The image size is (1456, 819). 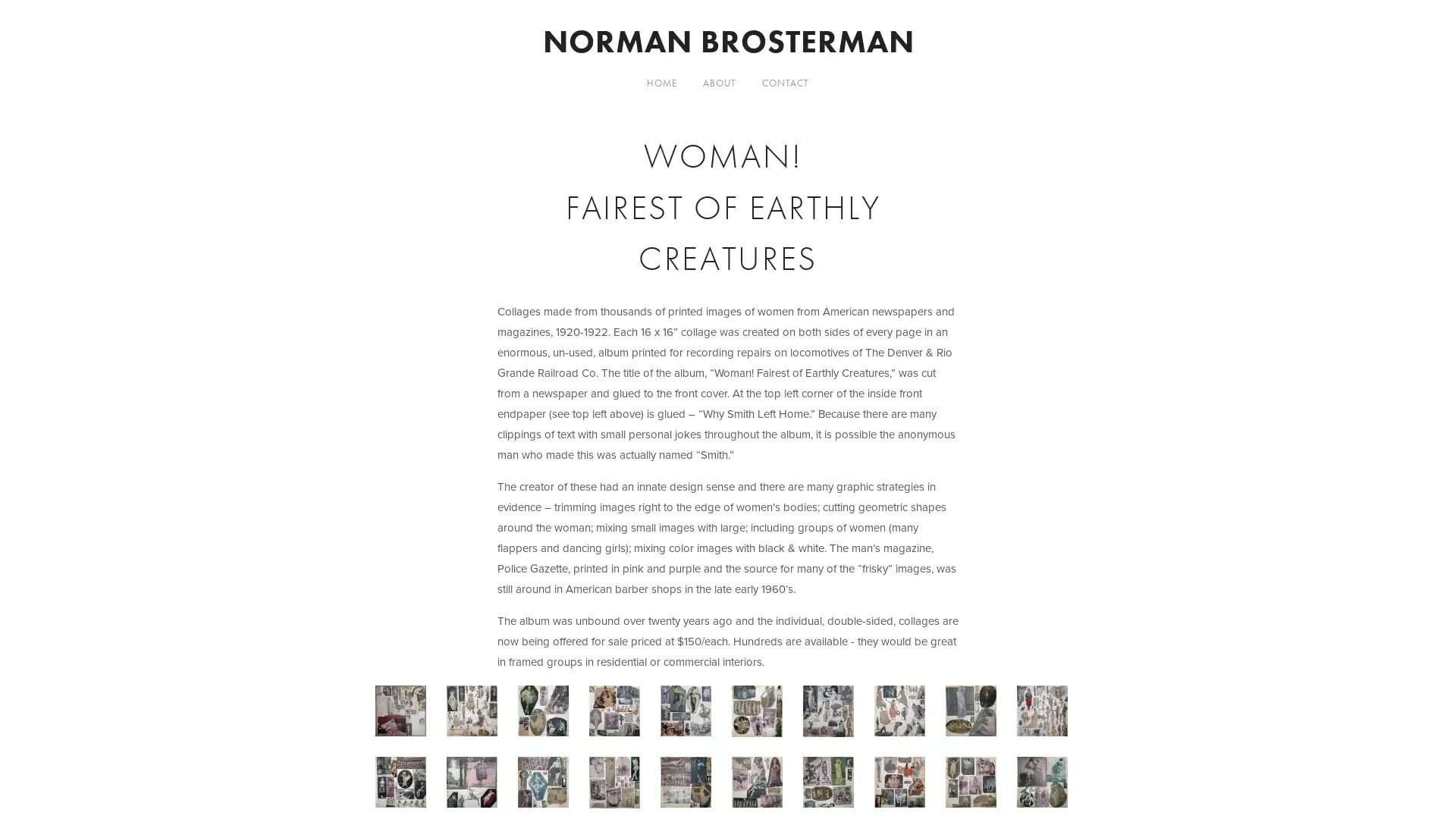 What do you see at coordinates (477, 717) in the screenshot?
I see `View fullsize Smith 46.jpg` at bounding box center [477, 717].